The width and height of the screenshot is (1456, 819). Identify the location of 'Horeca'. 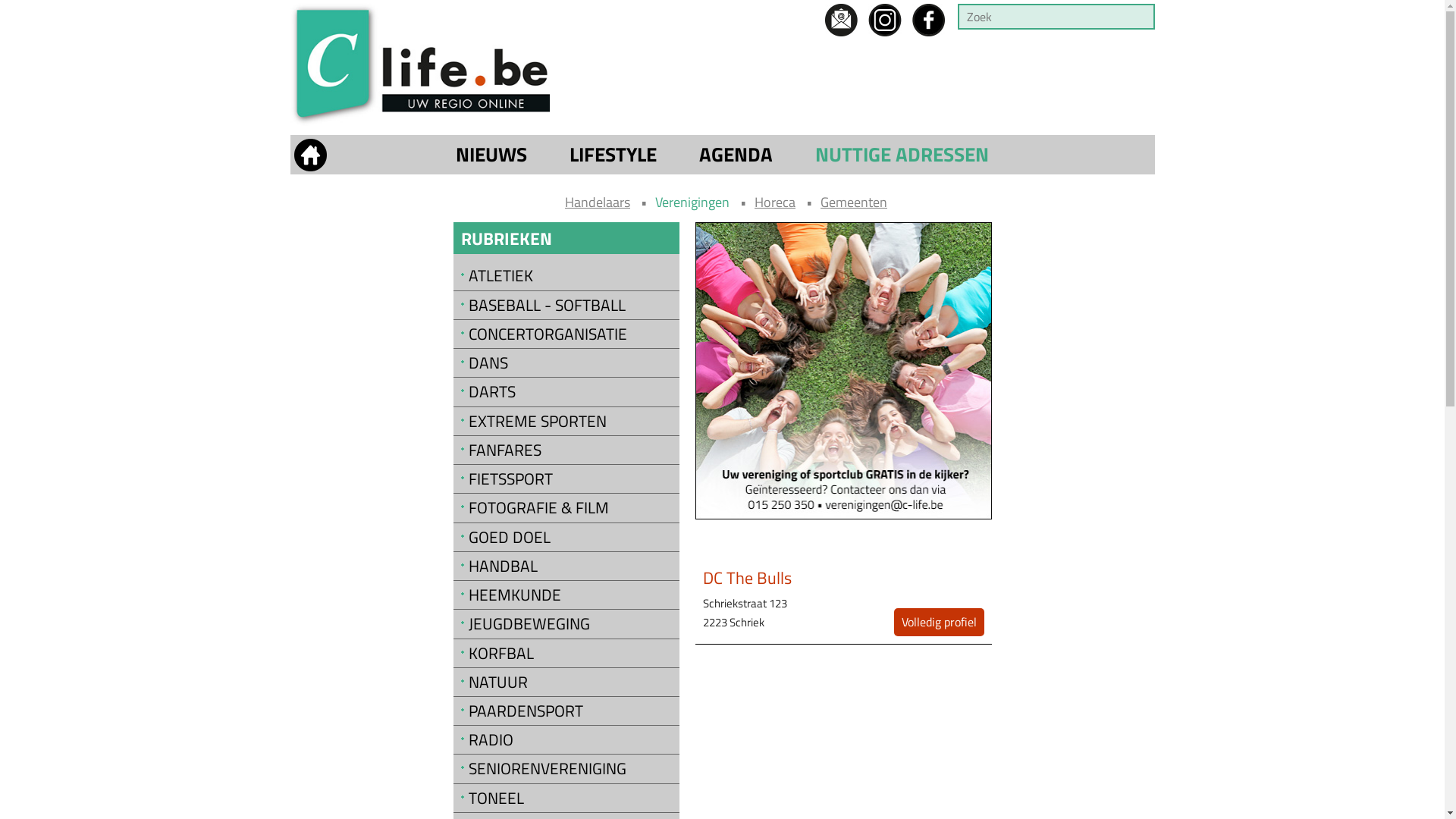
(754, 201).